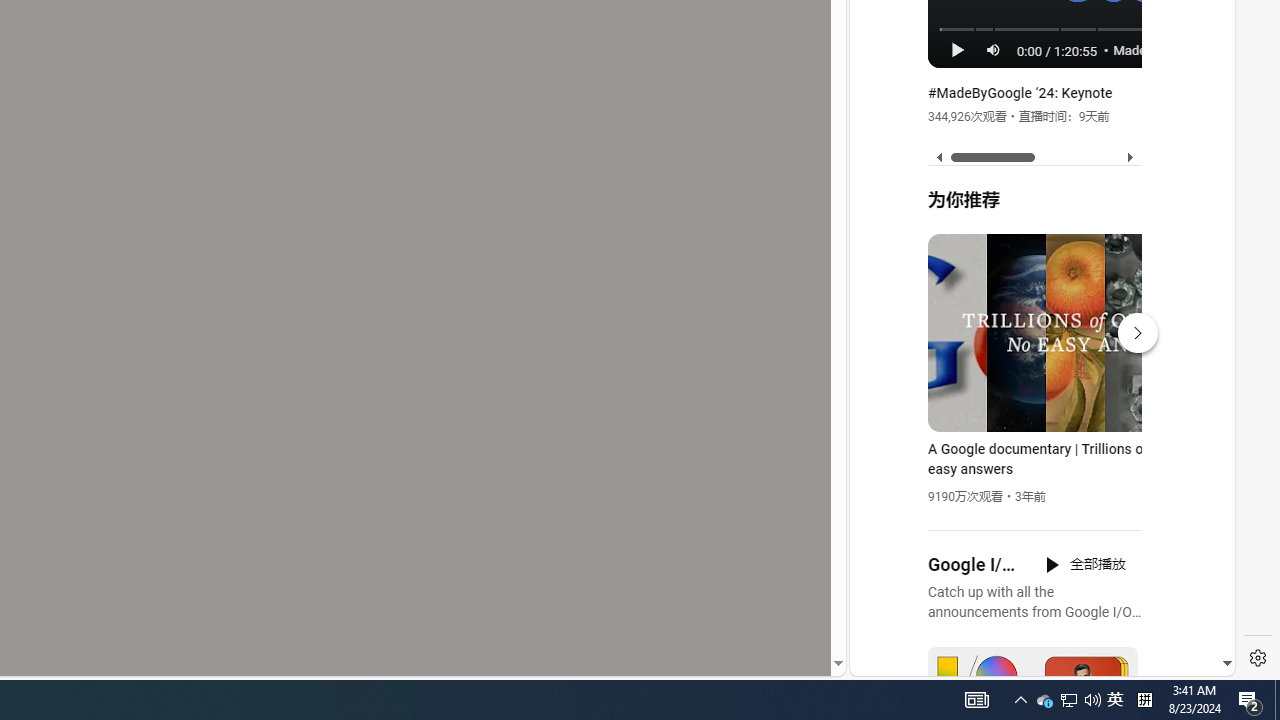 This screenshot has height=720, width=1280. Describe the element at coordinates (1131, 442) in the screenshot. I see `'Actions for this site'` at that location.